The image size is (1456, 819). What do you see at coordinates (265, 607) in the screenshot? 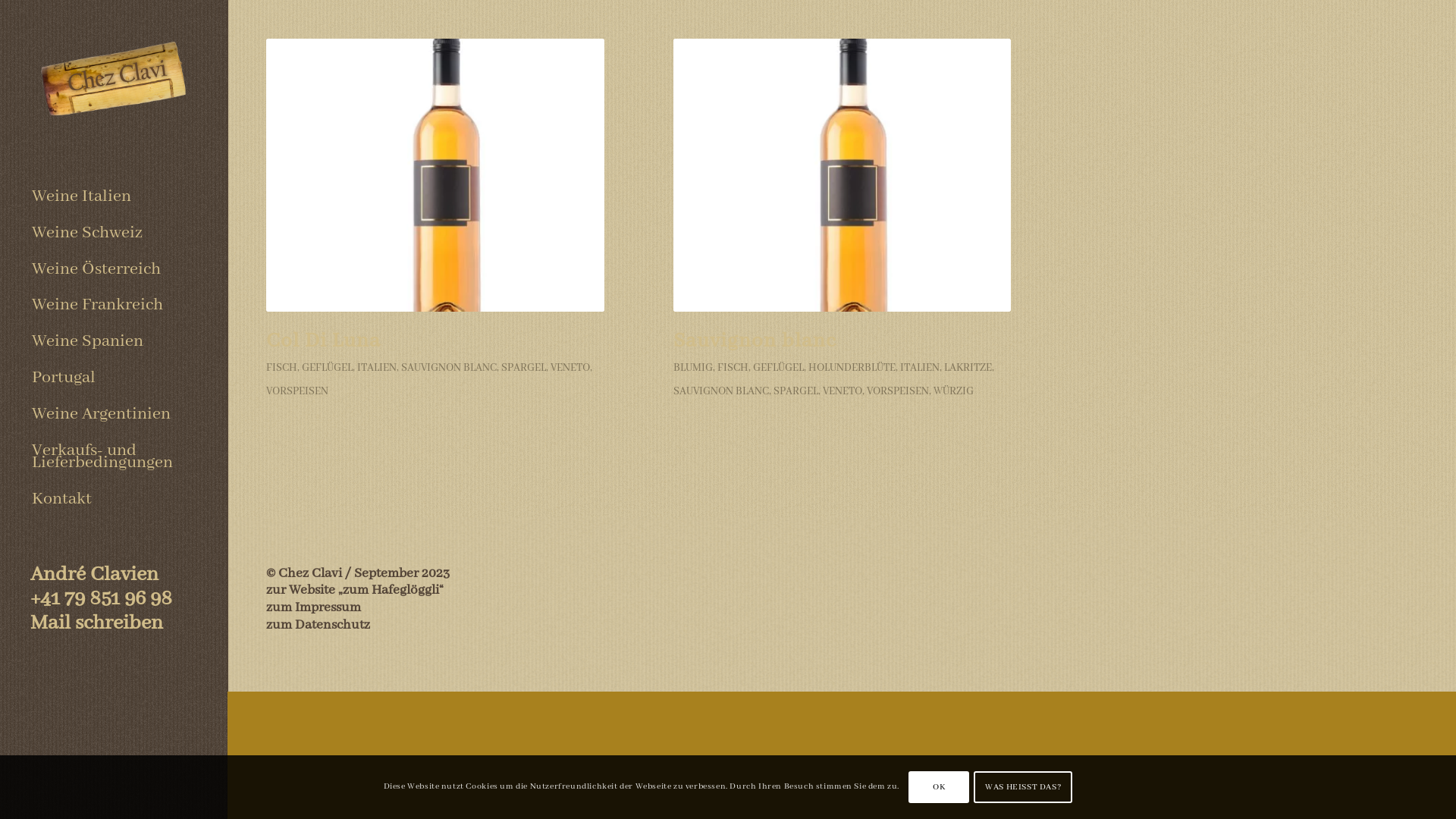
I see `'zum Impressum'` at bounding box center [265, 607].